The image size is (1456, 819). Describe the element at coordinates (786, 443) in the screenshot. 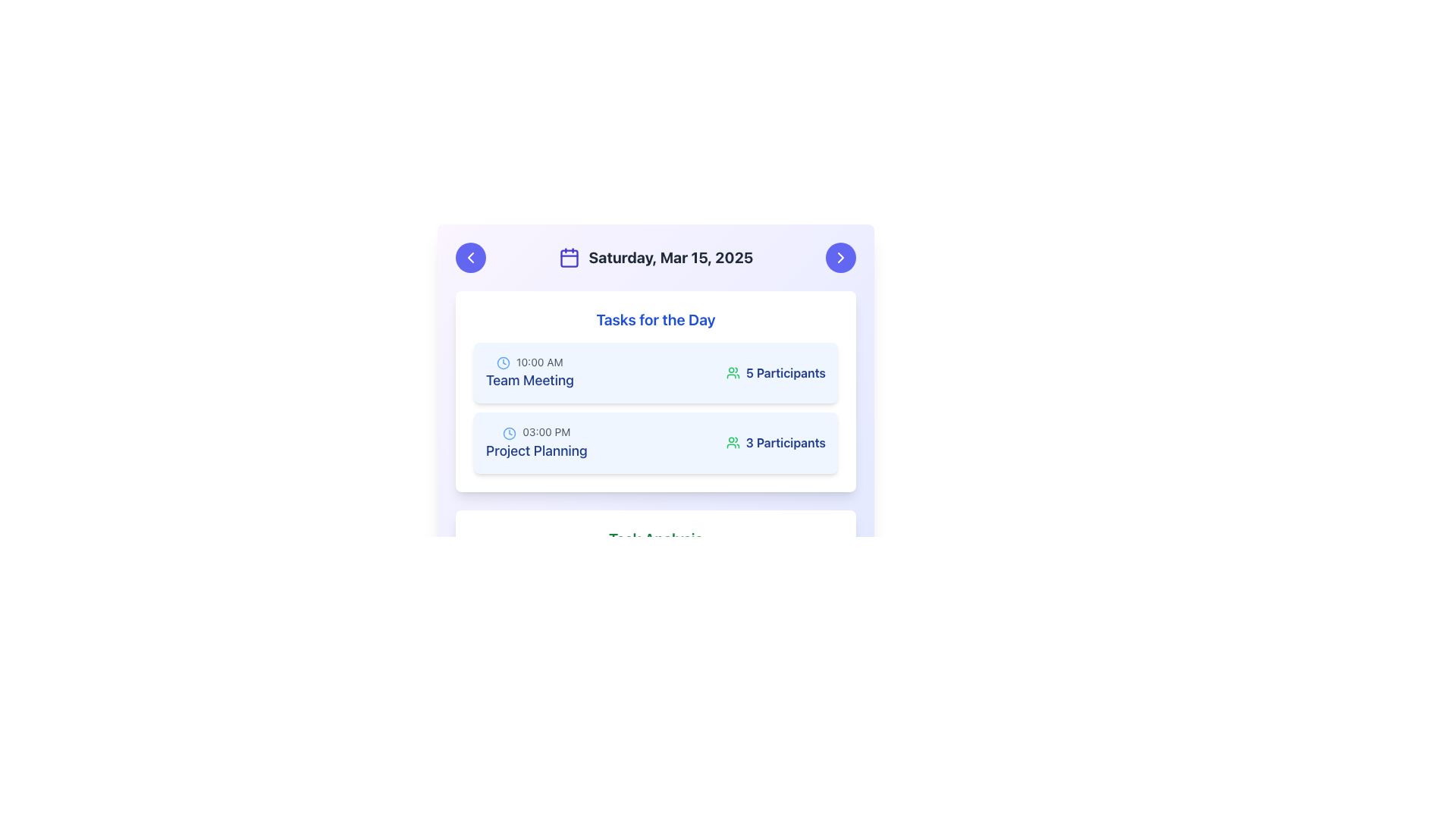

I see `the text label displaying '3 Participants' in bold, blue font, located to the right of a green user icon at the bottom of the 'Tasks for the Day' list` at that location.